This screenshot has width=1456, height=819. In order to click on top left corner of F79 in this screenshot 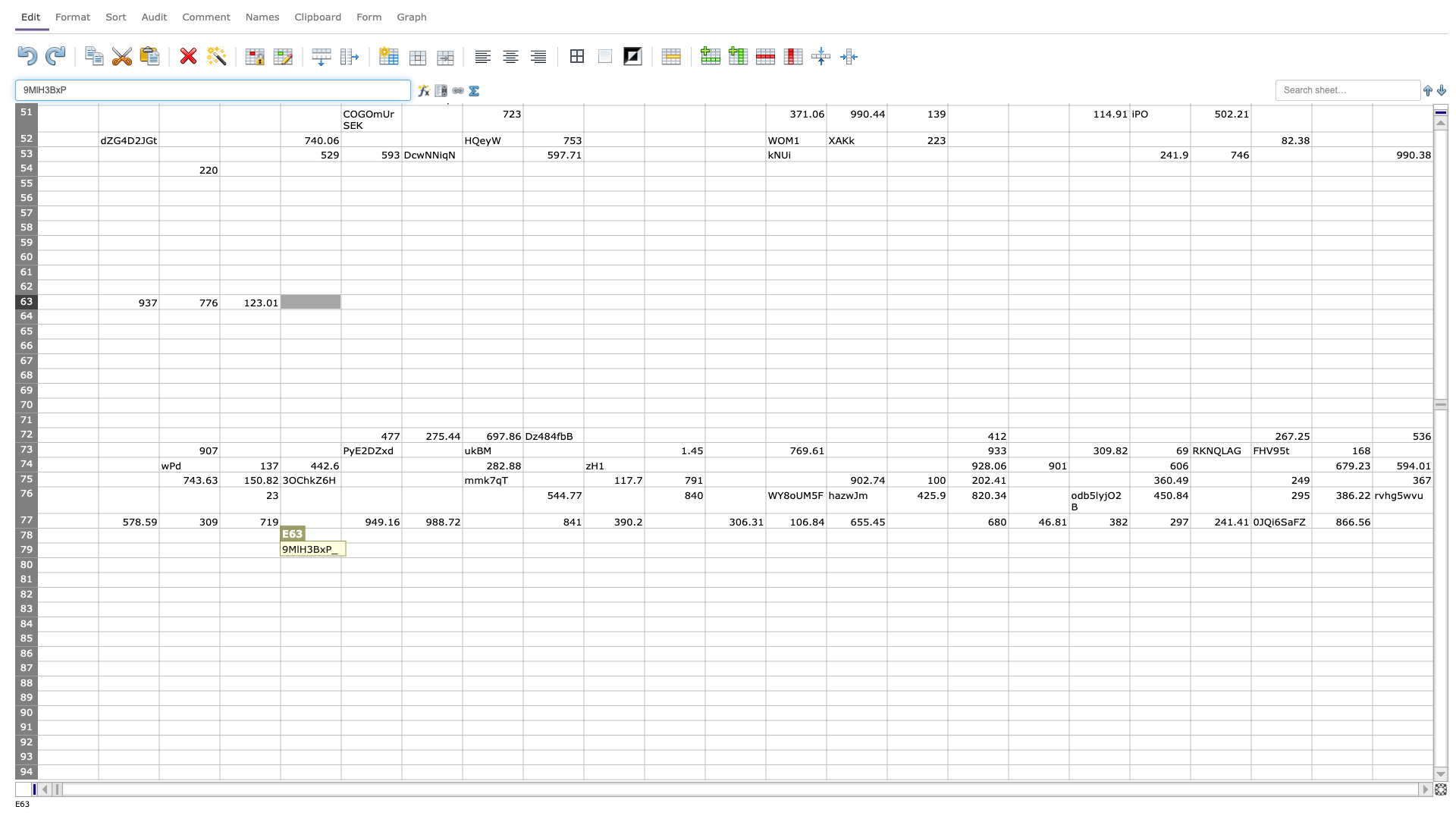, I will do `click(340, 542)`.